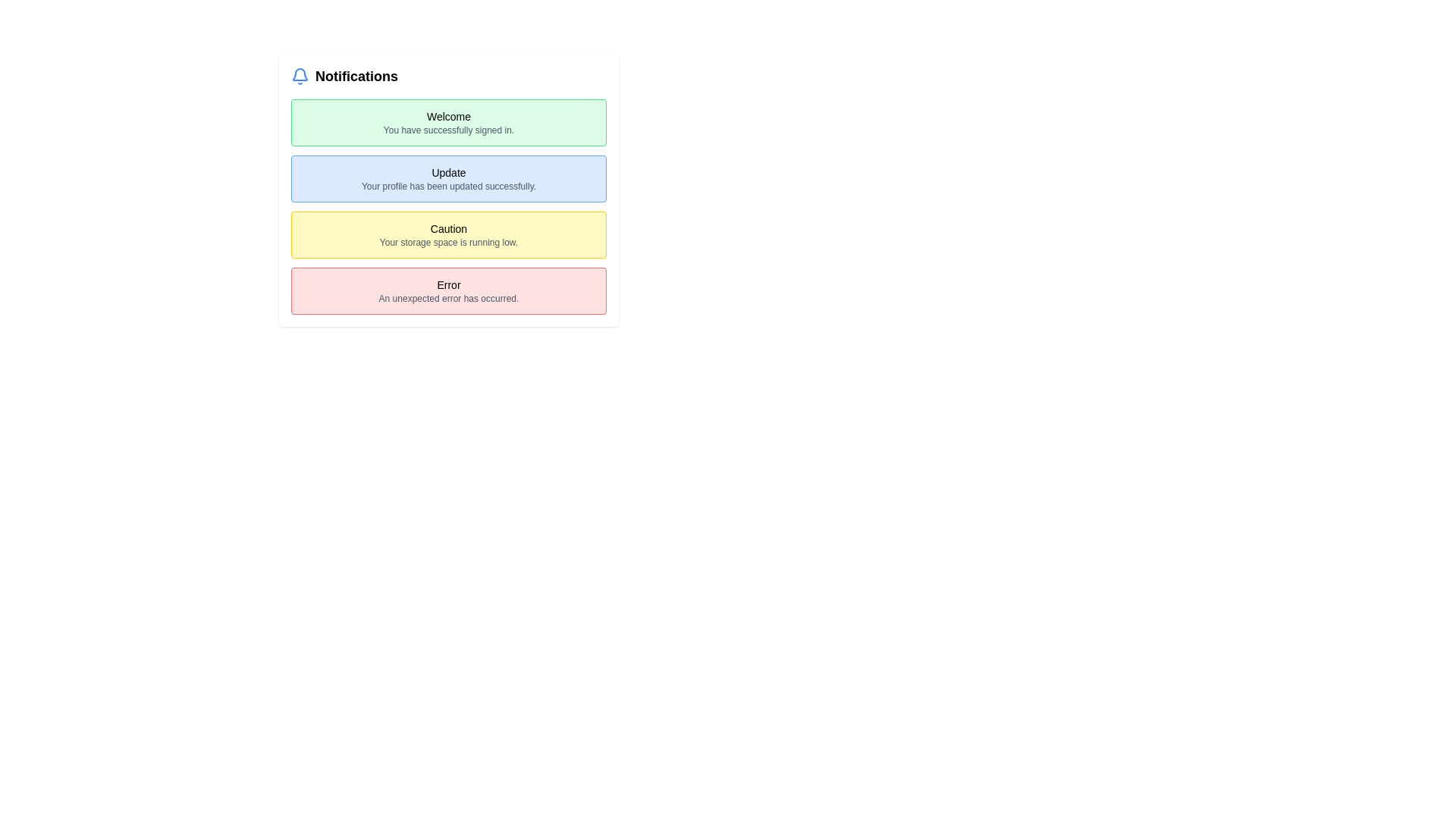  I want to click on the text label that reads 'Your profile has been updated successfully.' which is styled in a smaller muted gray font and is located below the main heading 'Update' in the second notification box, so click(447, 186).